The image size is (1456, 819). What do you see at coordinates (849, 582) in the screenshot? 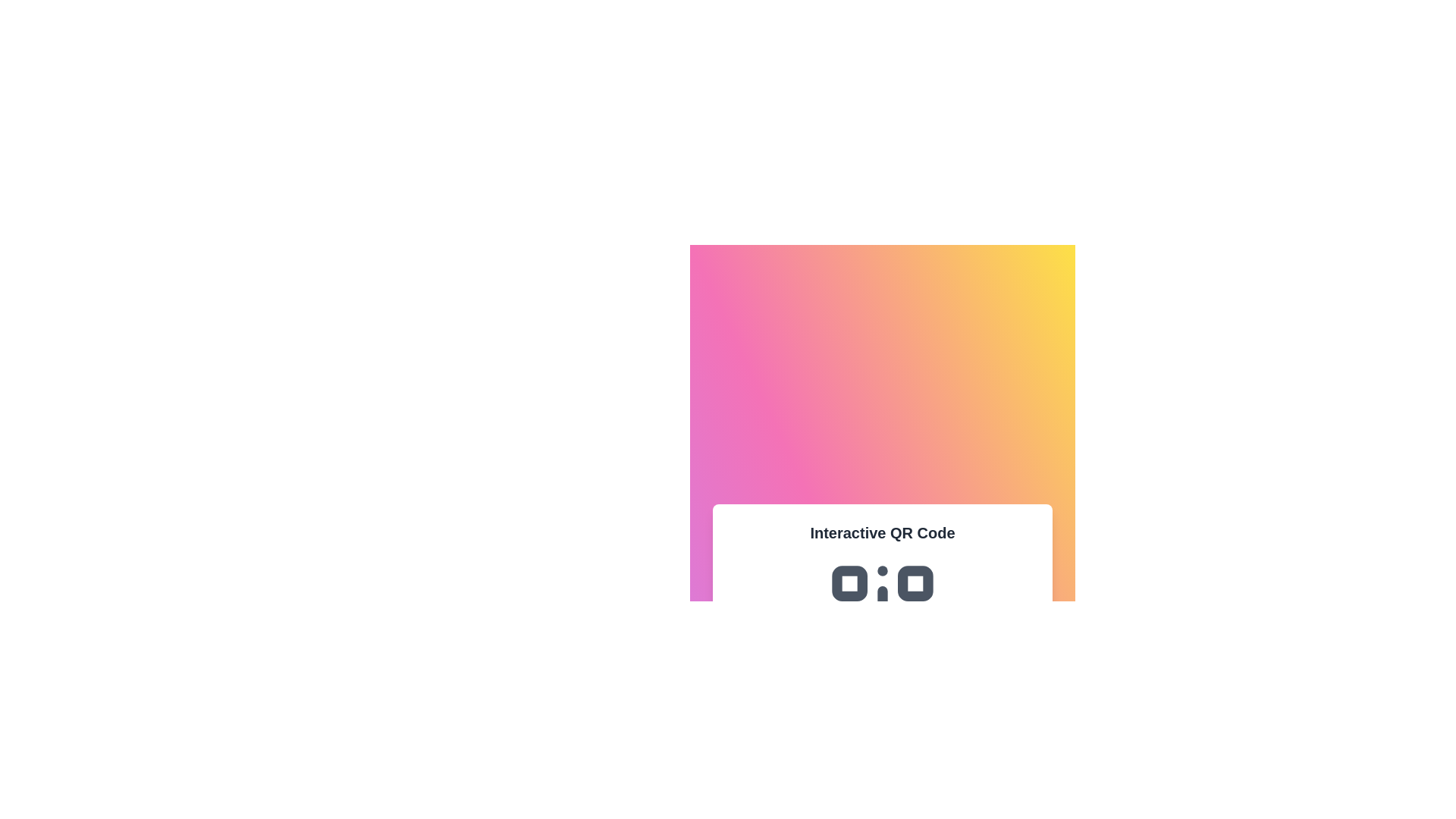
I see `the top-left square of the QR code-like structure, which is a graphical icon or decorative element, located at the bottom-center of the interface` at bounding box center [849, 582].